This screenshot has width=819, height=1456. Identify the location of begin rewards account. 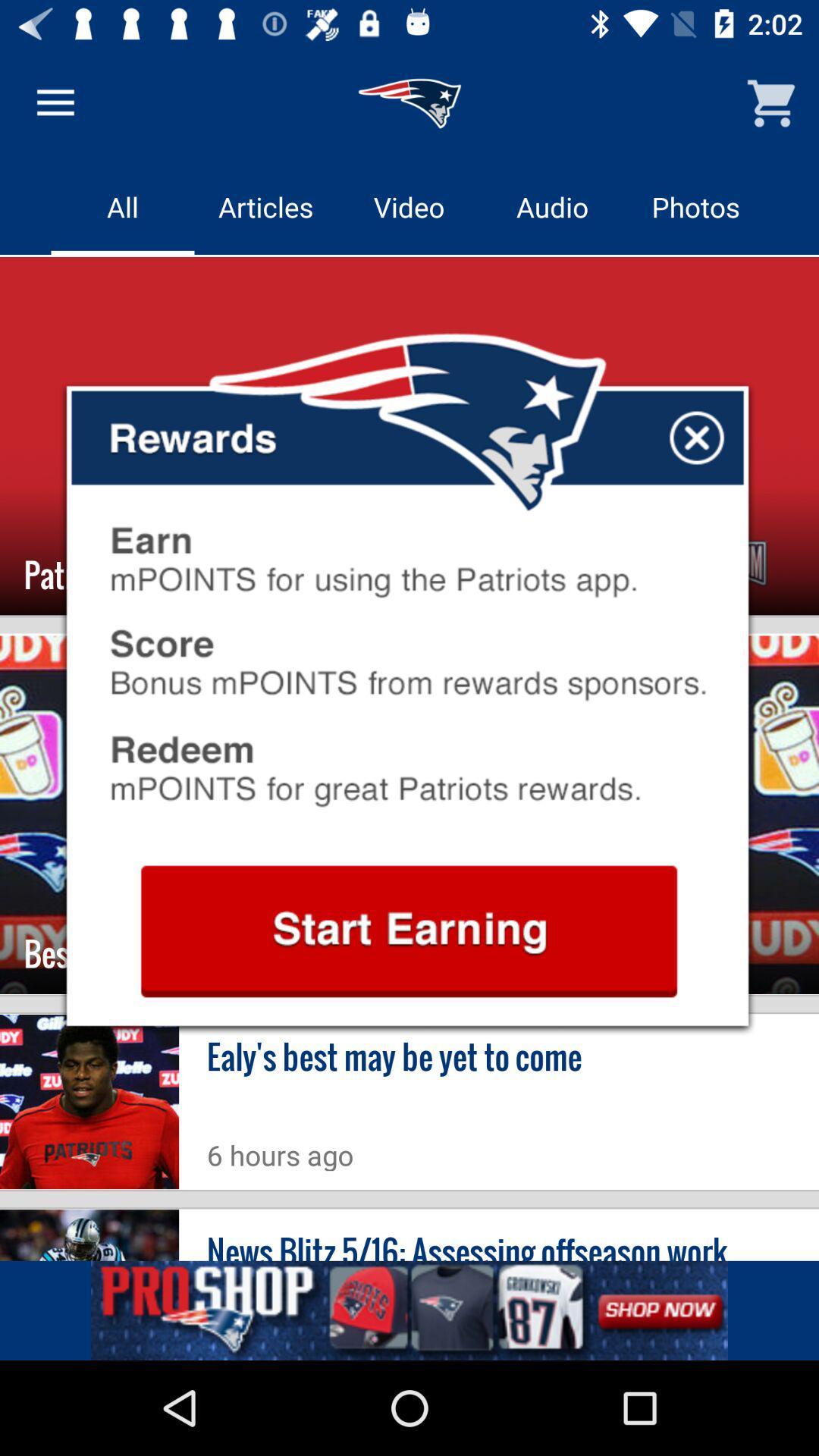
(408, 930).